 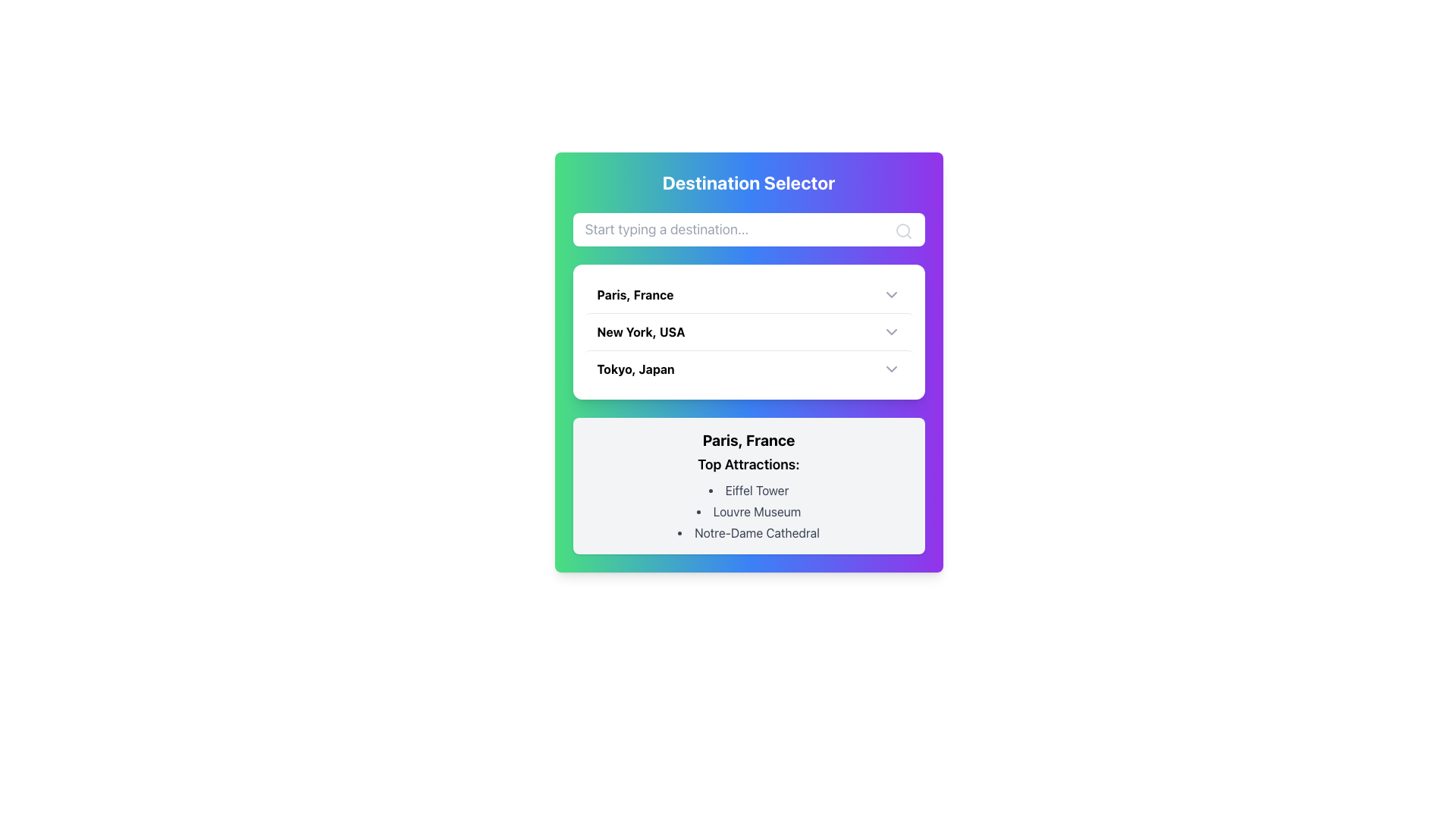 What do you see at coordinates (903, 231) in the screenshot?
I see `the magnifying glass icon for search functionality located at the far right inside the input box` at bounding box center [903, 231].